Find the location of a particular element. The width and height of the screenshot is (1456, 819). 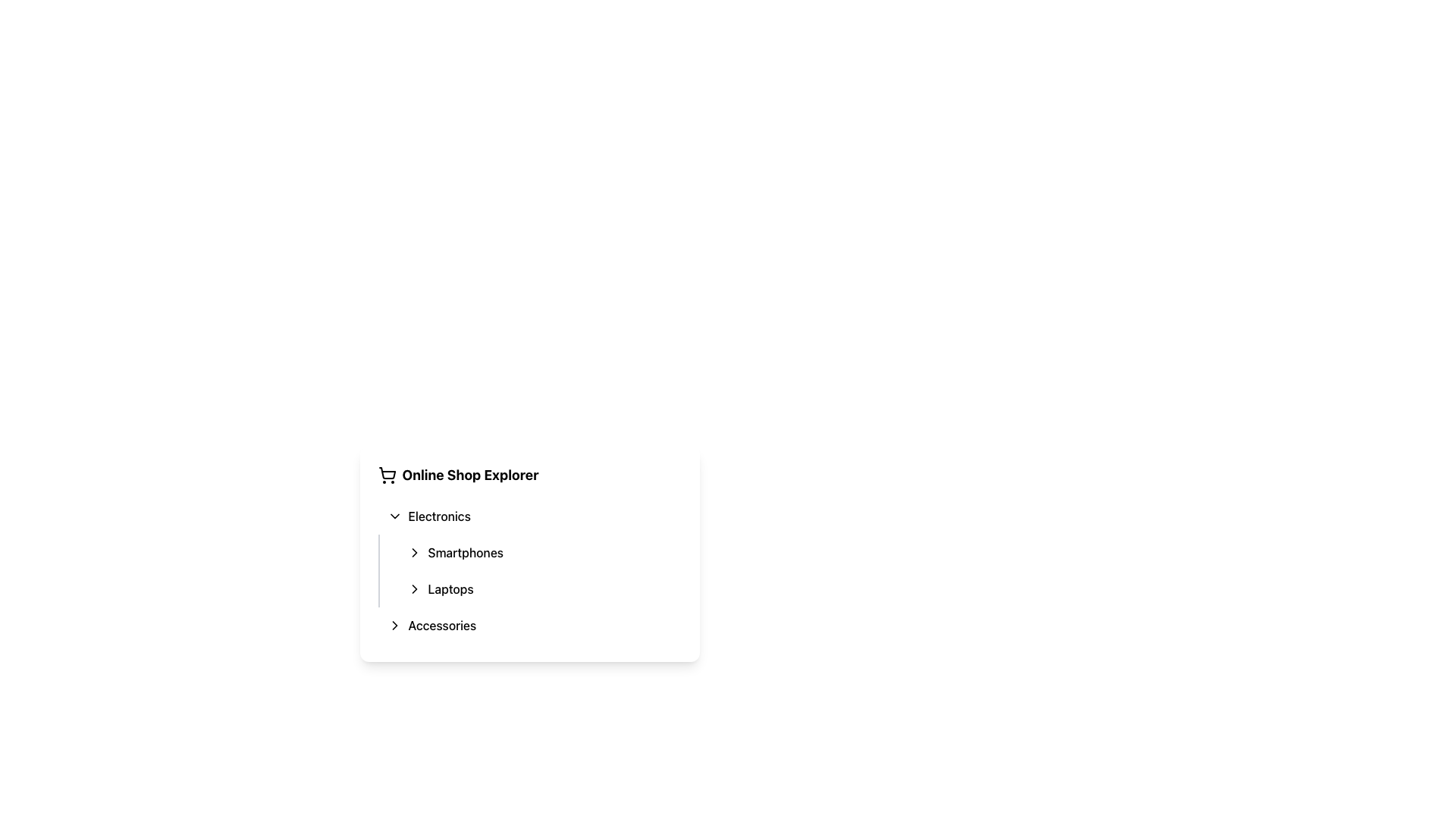

the right-pointing chevron icon for collapsing/expanding the 'Laptops' menu in the Online Shop Explorer is located at coordinates (414, 553).